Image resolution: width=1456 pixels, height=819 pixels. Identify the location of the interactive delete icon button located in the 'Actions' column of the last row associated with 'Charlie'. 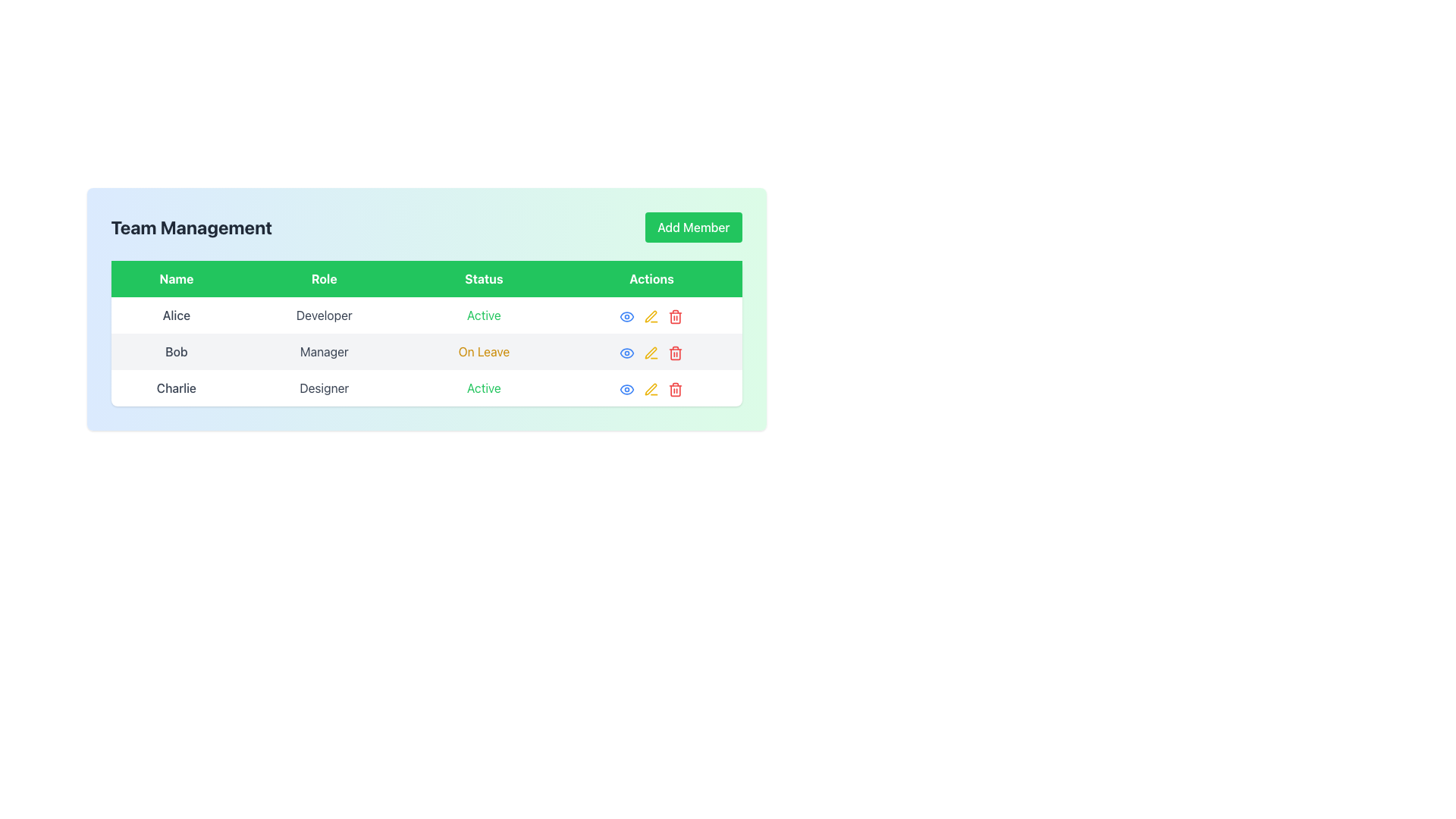
(675, 388).